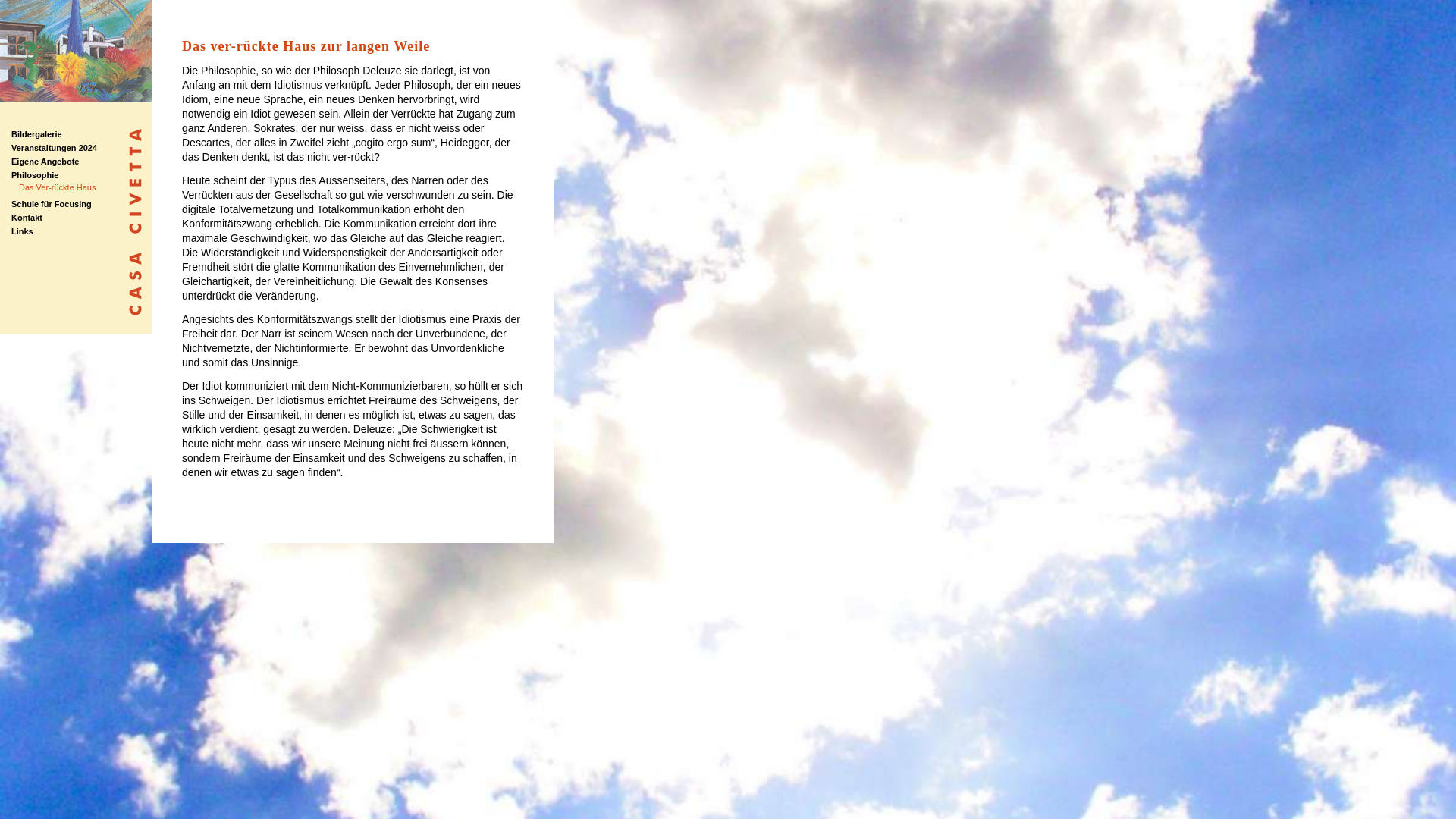  Describe the element at coordinates (1437, 20) in the screenshot. I see `'WebYep Anmeldung'` at that location.